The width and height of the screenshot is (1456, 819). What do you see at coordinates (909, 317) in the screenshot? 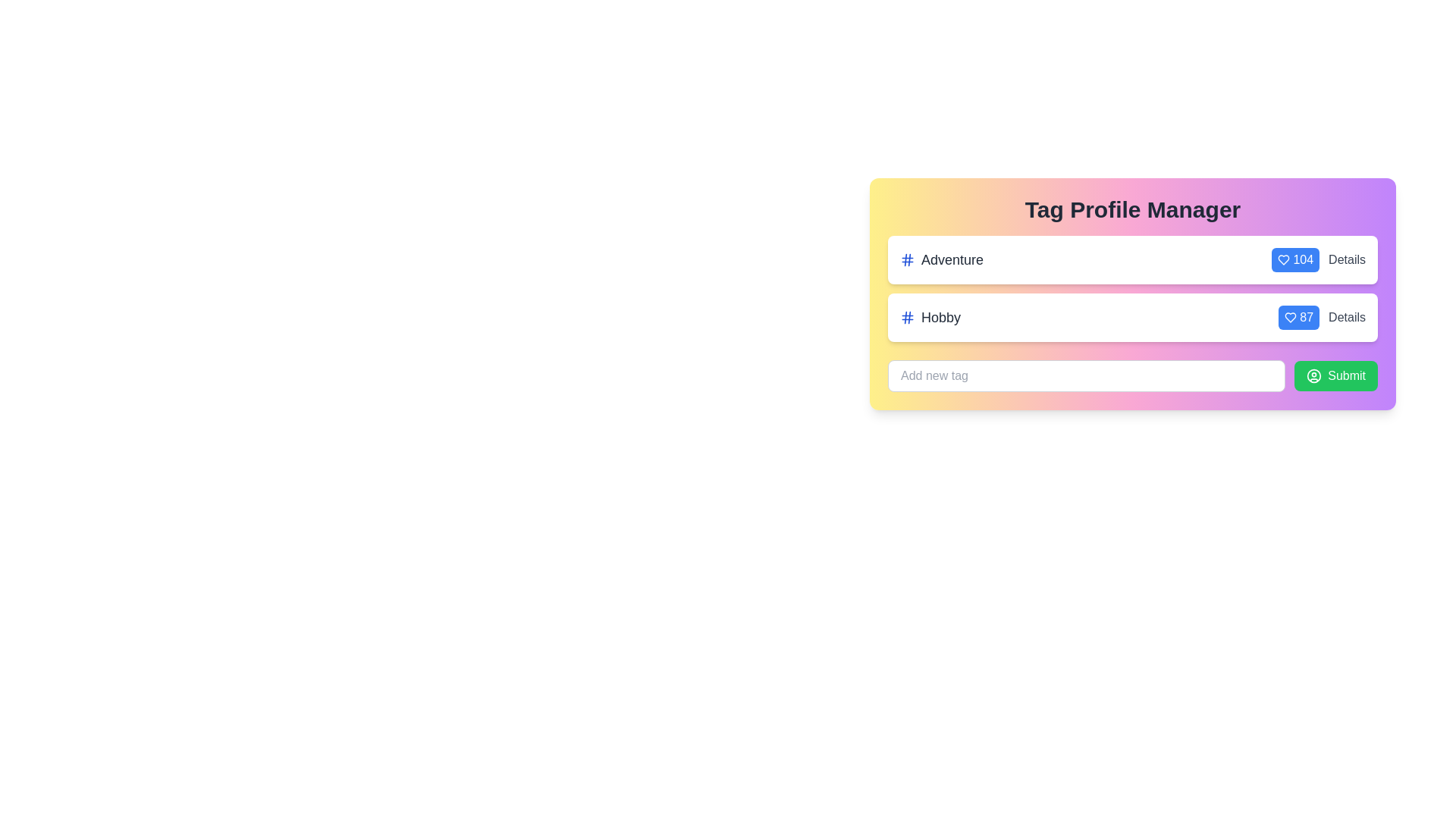
I see `right vertical line of the hashtag icon located near the 'Hobby' text within the second row of the tag list` at bounding box center [909, 317].